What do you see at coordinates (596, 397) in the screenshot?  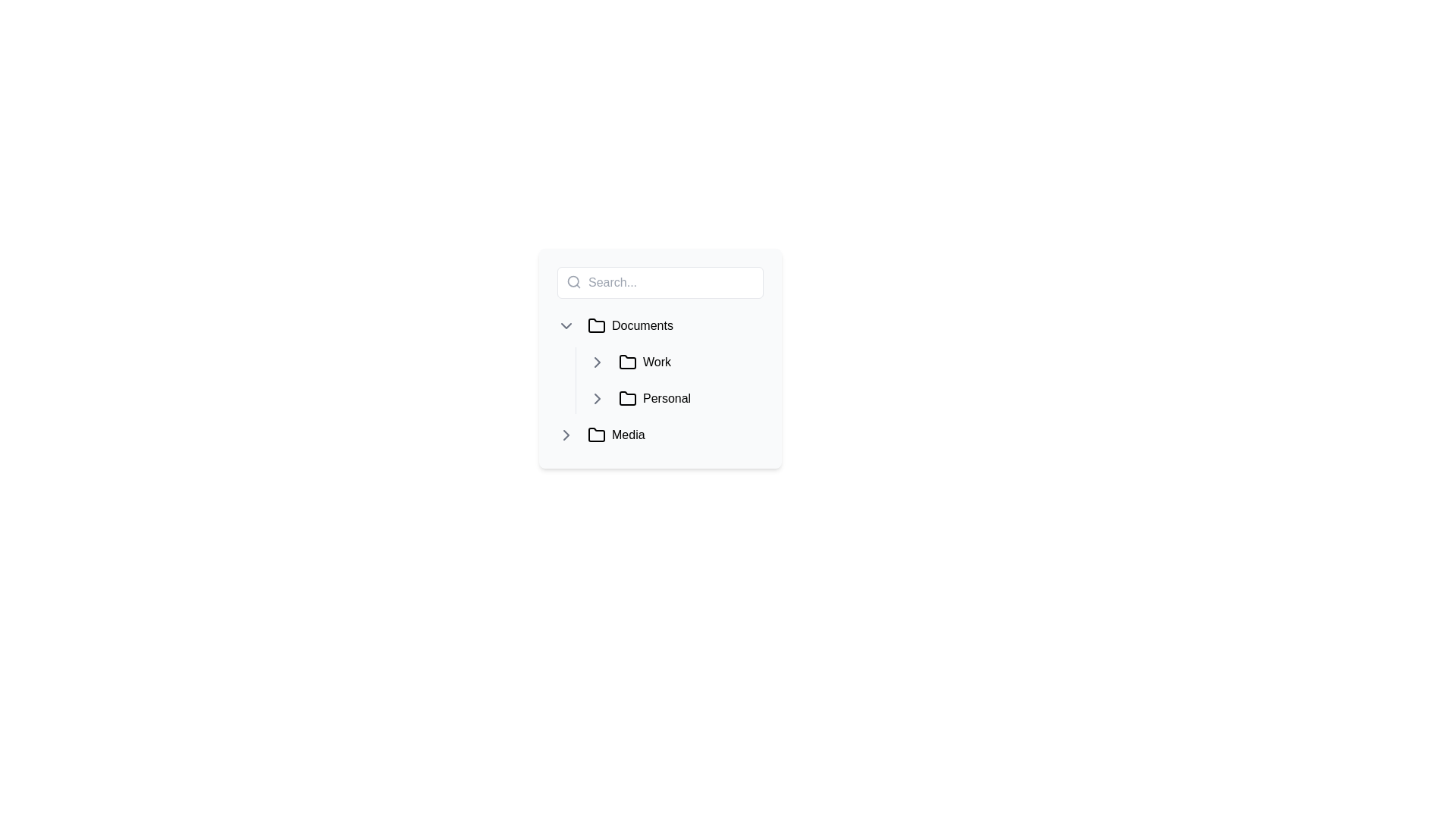 I see `the toggle Icon Button located in the left sidebar menu under the 'Documents' category` at bounding box center [596, 397].